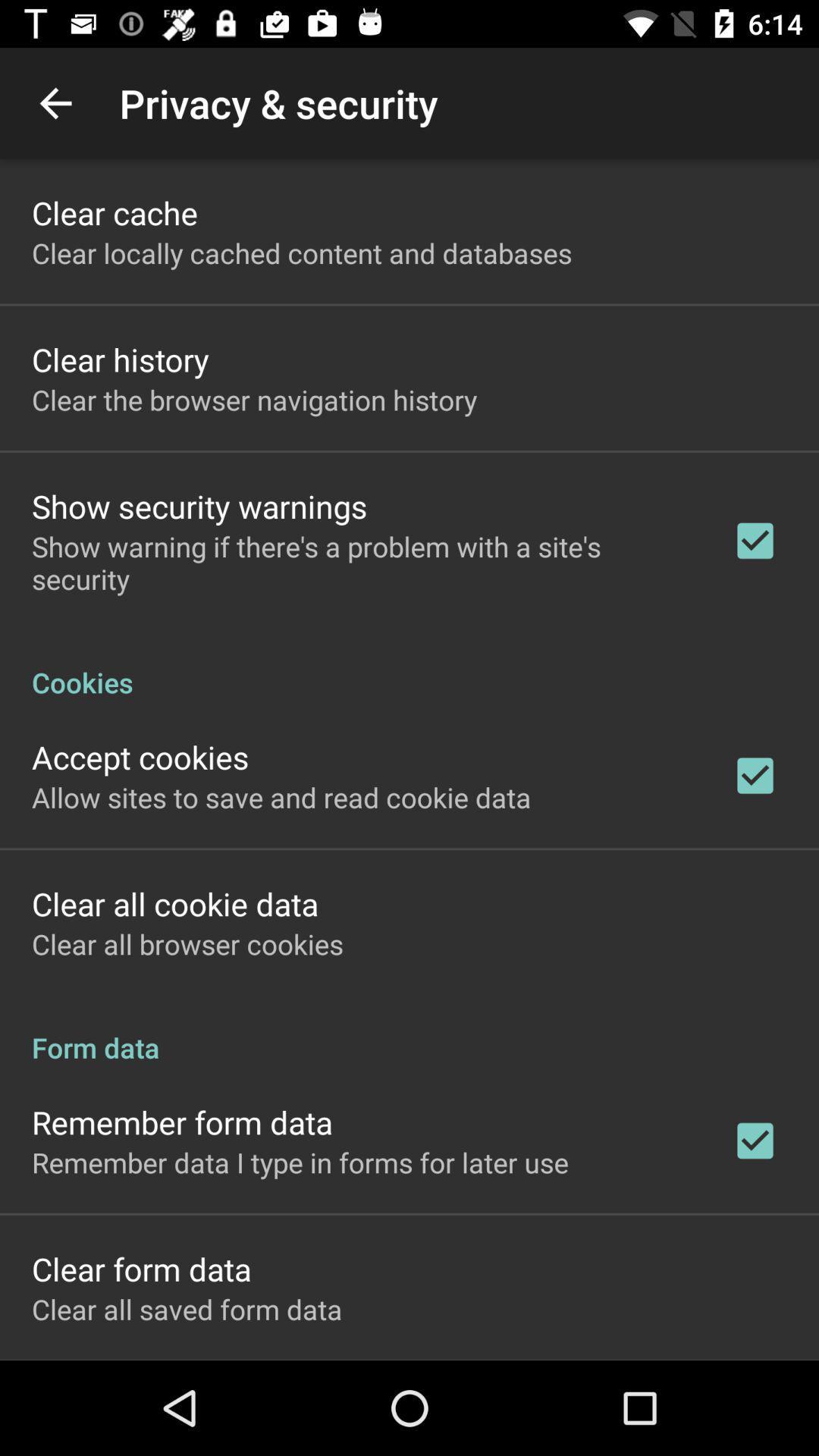 Image resolution: width=819 pixels, height=1456 pixels. Describe the element at coordinates (362, 562) in the screenshot. I see `the app above cookies icon` at that location.